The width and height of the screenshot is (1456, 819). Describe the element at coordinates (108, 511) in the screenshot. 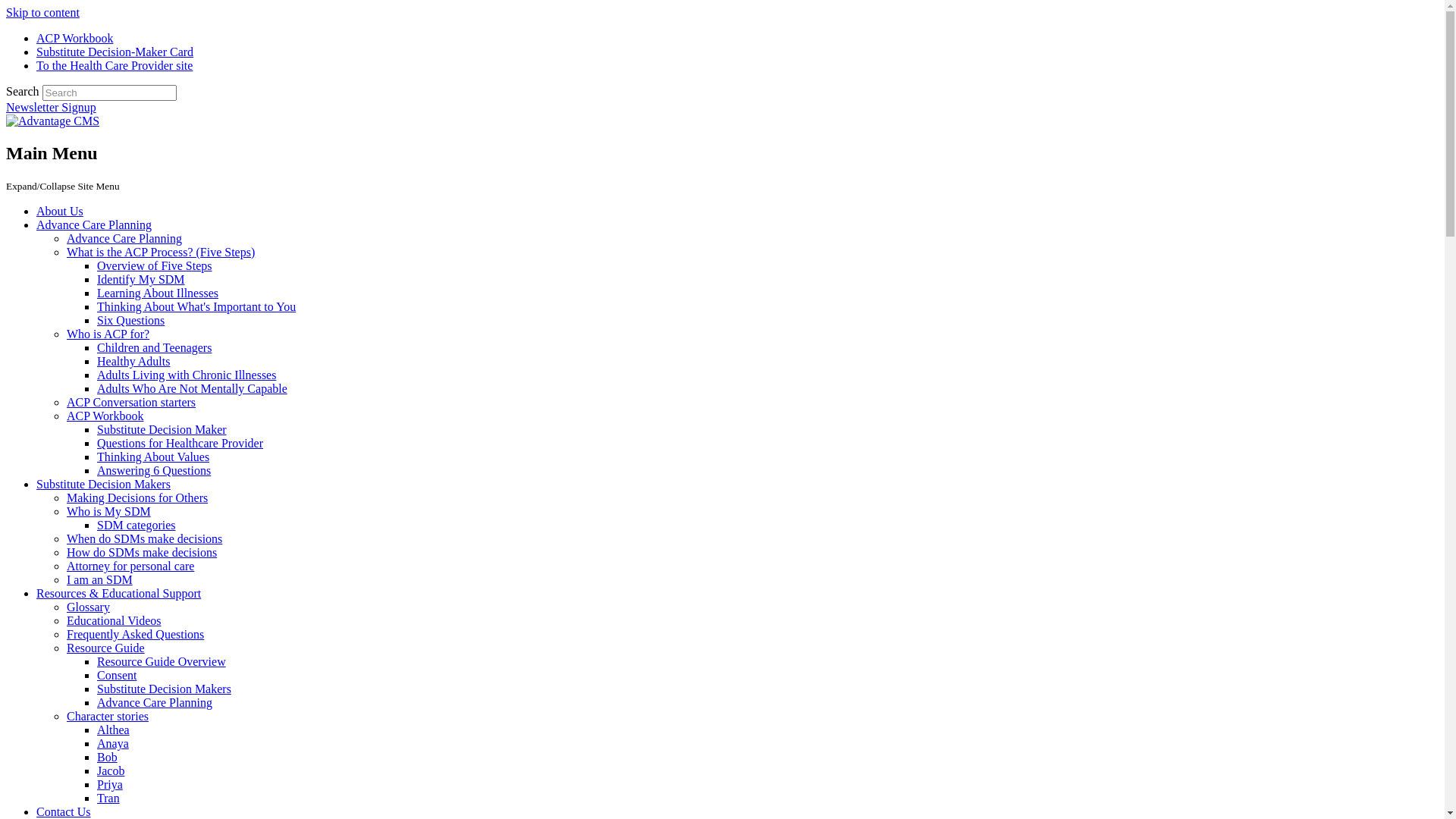

I see `'Who is My SDM'` at that location.